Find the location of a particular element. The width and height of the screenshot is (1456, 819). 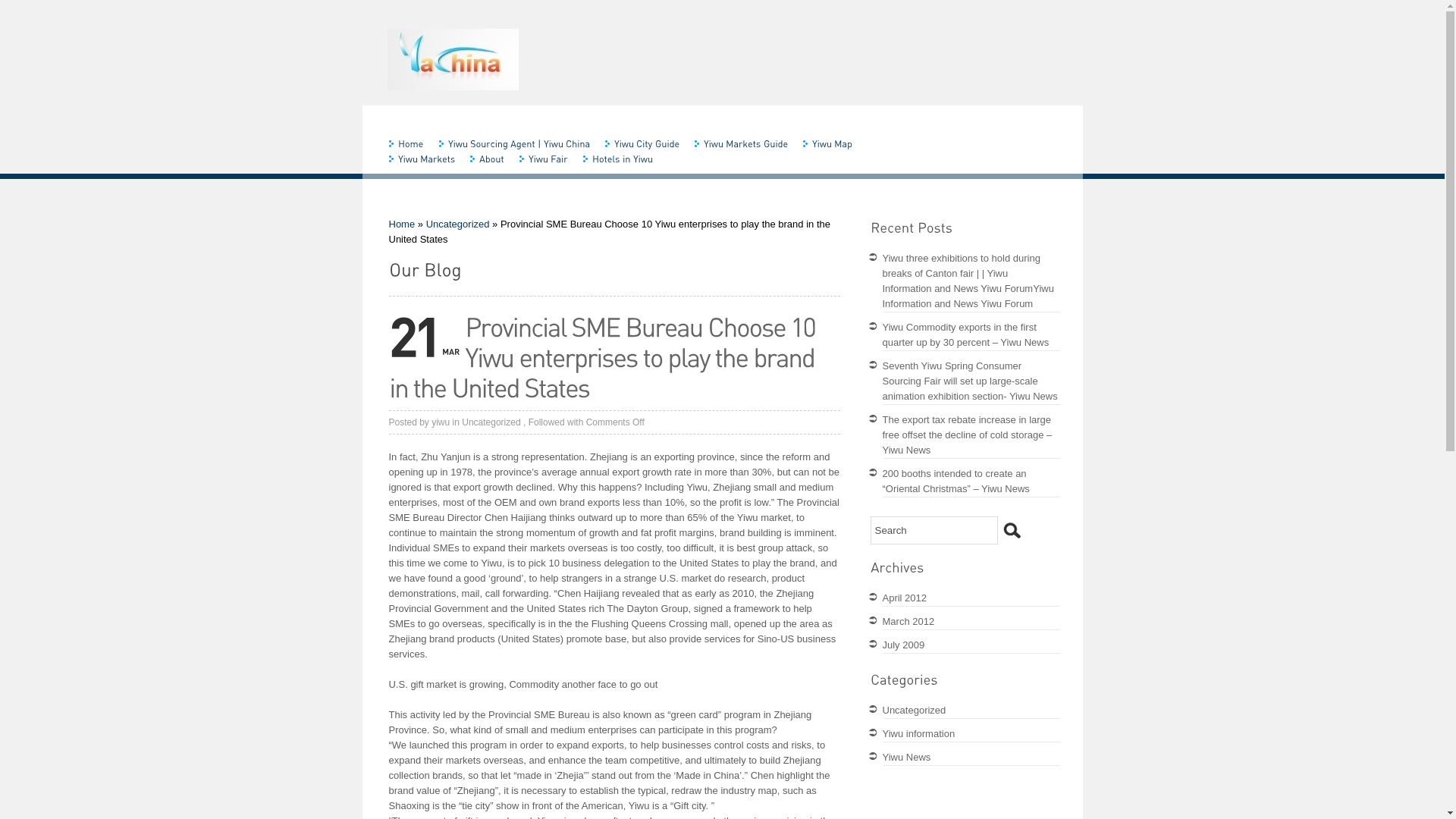

'March 2012' is located at coordinates (908, 621).